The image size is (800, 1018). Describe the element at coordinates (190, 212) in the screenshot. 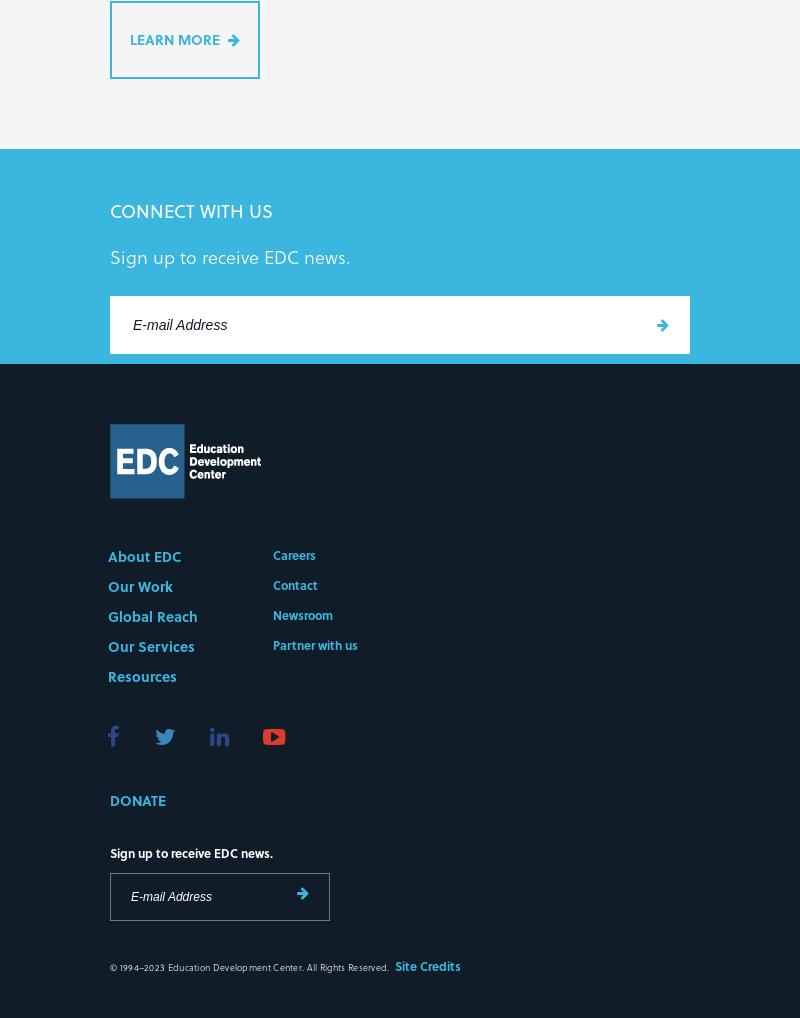

I see `'Connect with Us'` at that location.